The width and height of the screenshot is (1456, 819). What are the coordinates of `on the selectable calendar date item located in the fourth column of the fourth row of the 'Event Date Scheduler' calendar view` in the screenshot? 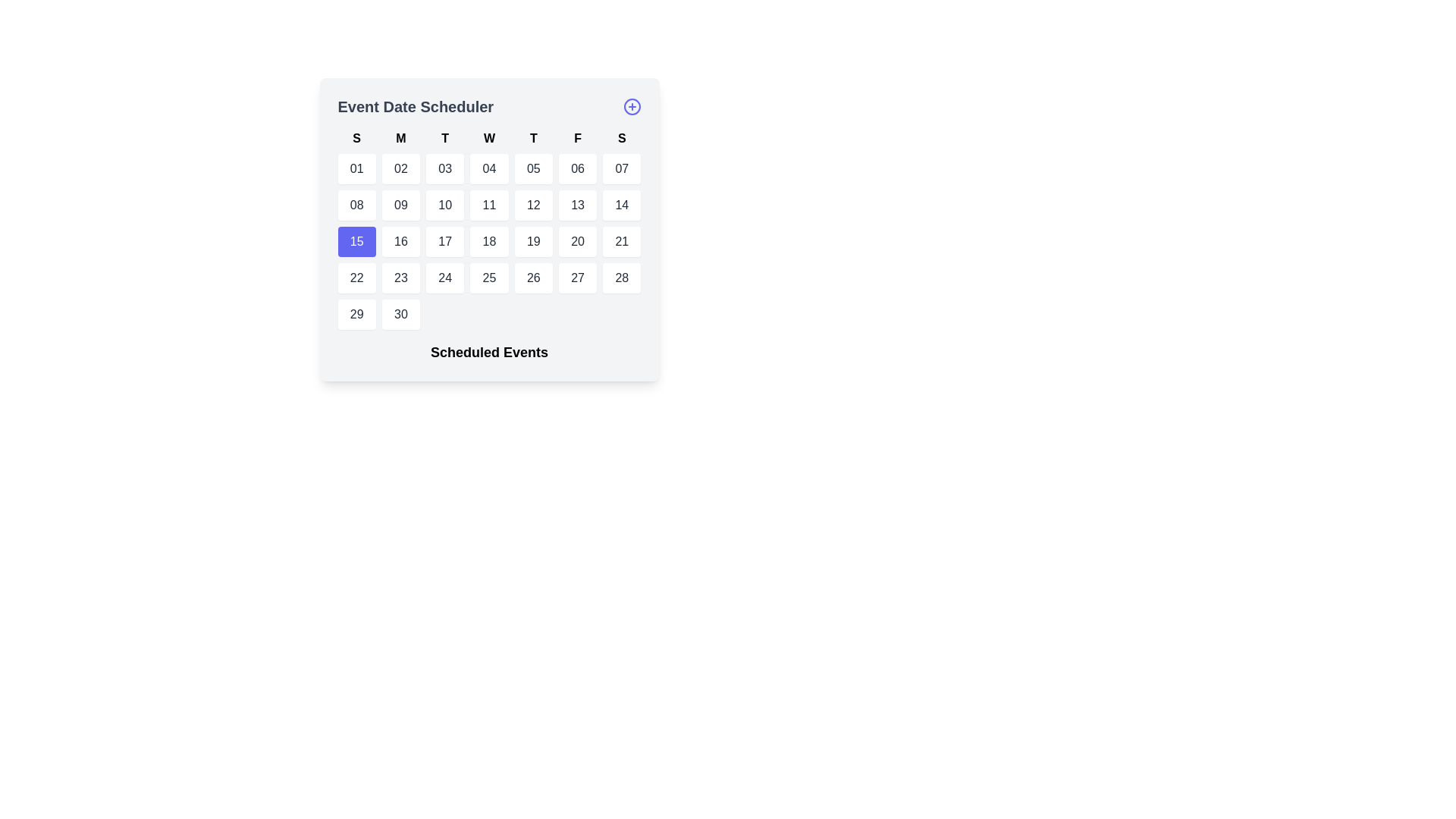 It's located at (489, 241).